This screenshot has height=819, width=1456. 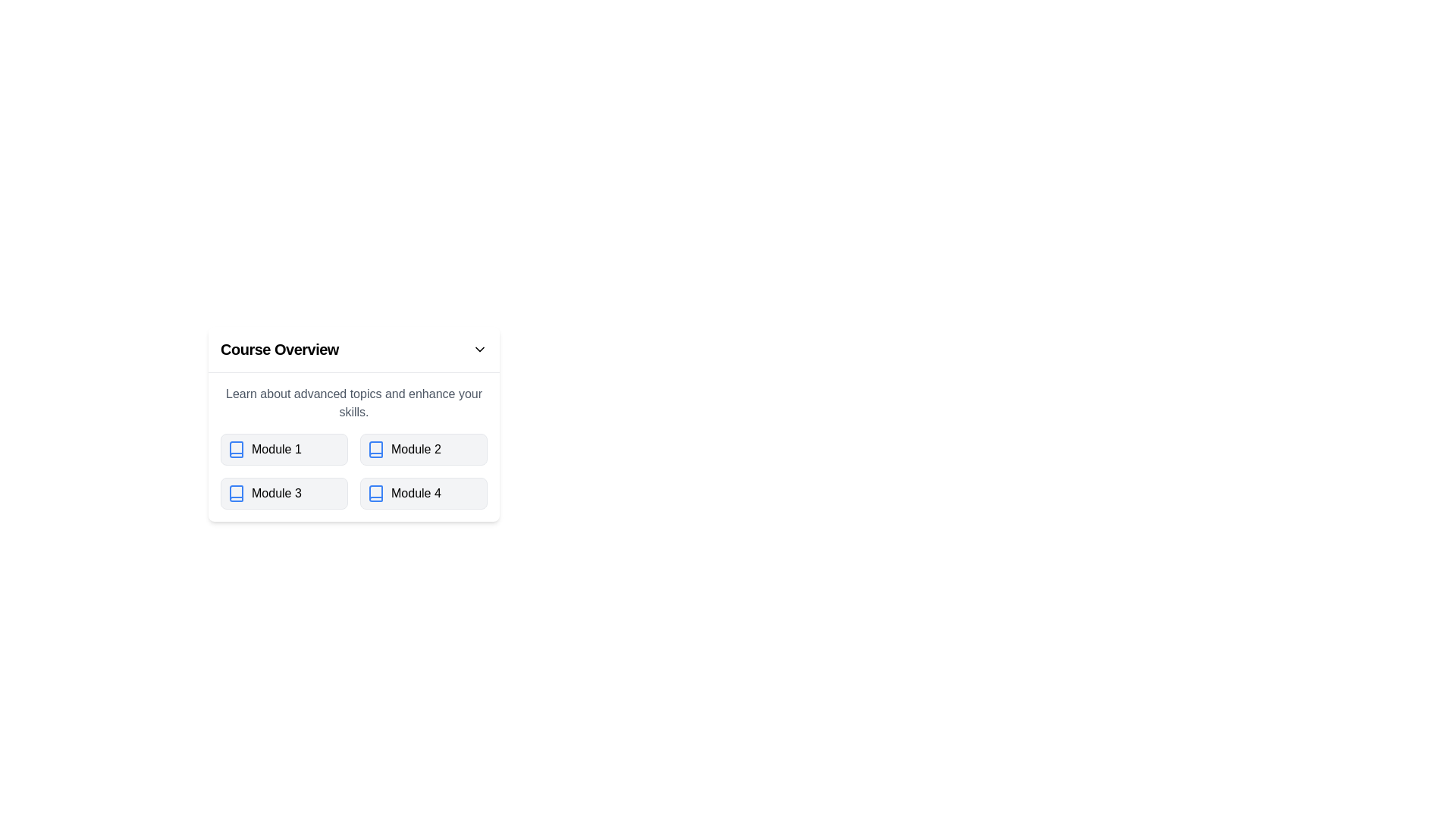 What do you see at coordinates (375, 449) in the screenshot?
I see `the icon representing 'Module 2', which is located on the left side of the 'Module 2' button in the grid of module buttons` at bounding box center [375, 449].